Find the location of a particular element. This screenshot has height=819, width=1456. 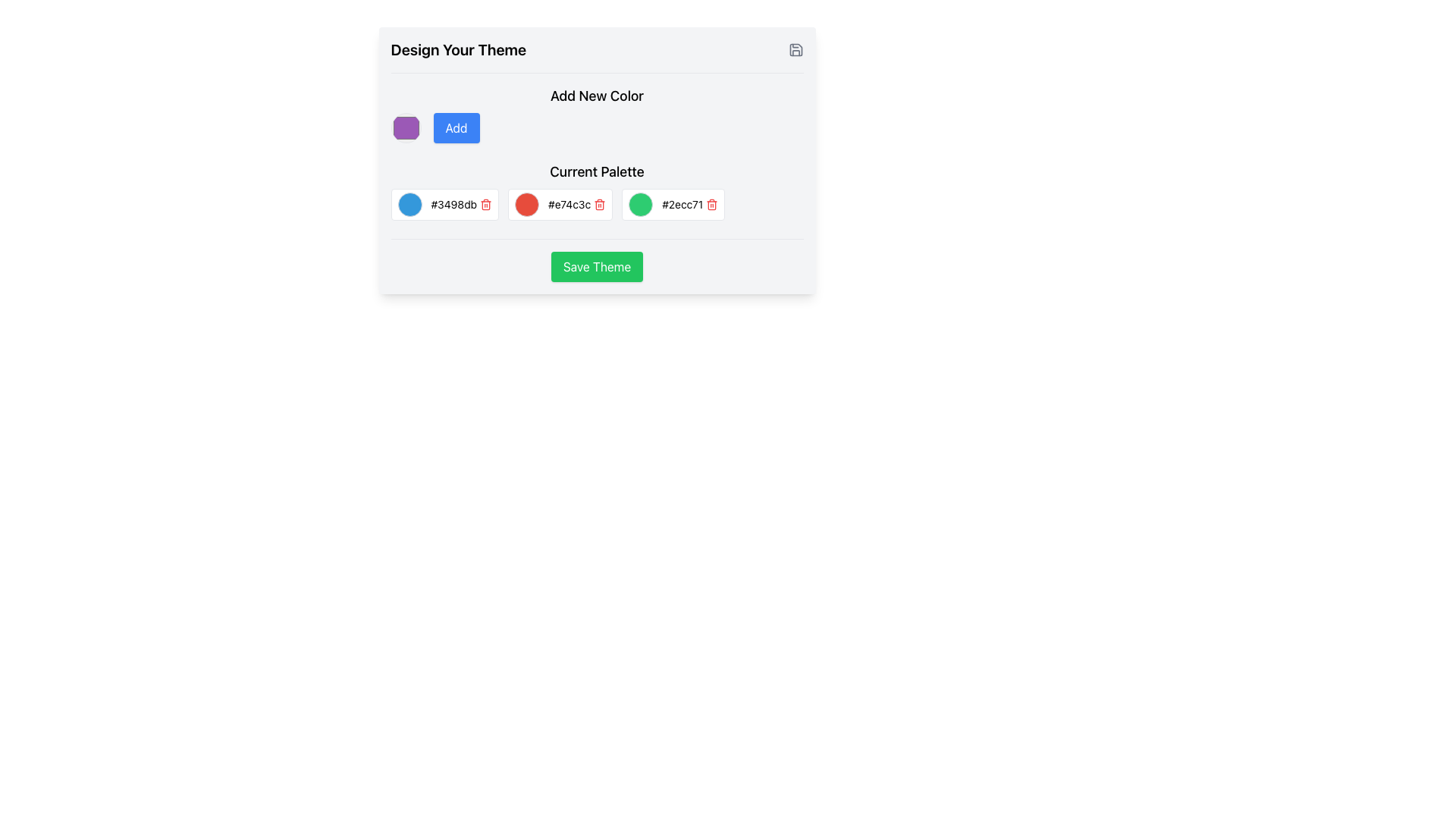

the small text label displaying the color code '#e74c3c' in the 'Current Palette' section is located at coordinates (569, 205).